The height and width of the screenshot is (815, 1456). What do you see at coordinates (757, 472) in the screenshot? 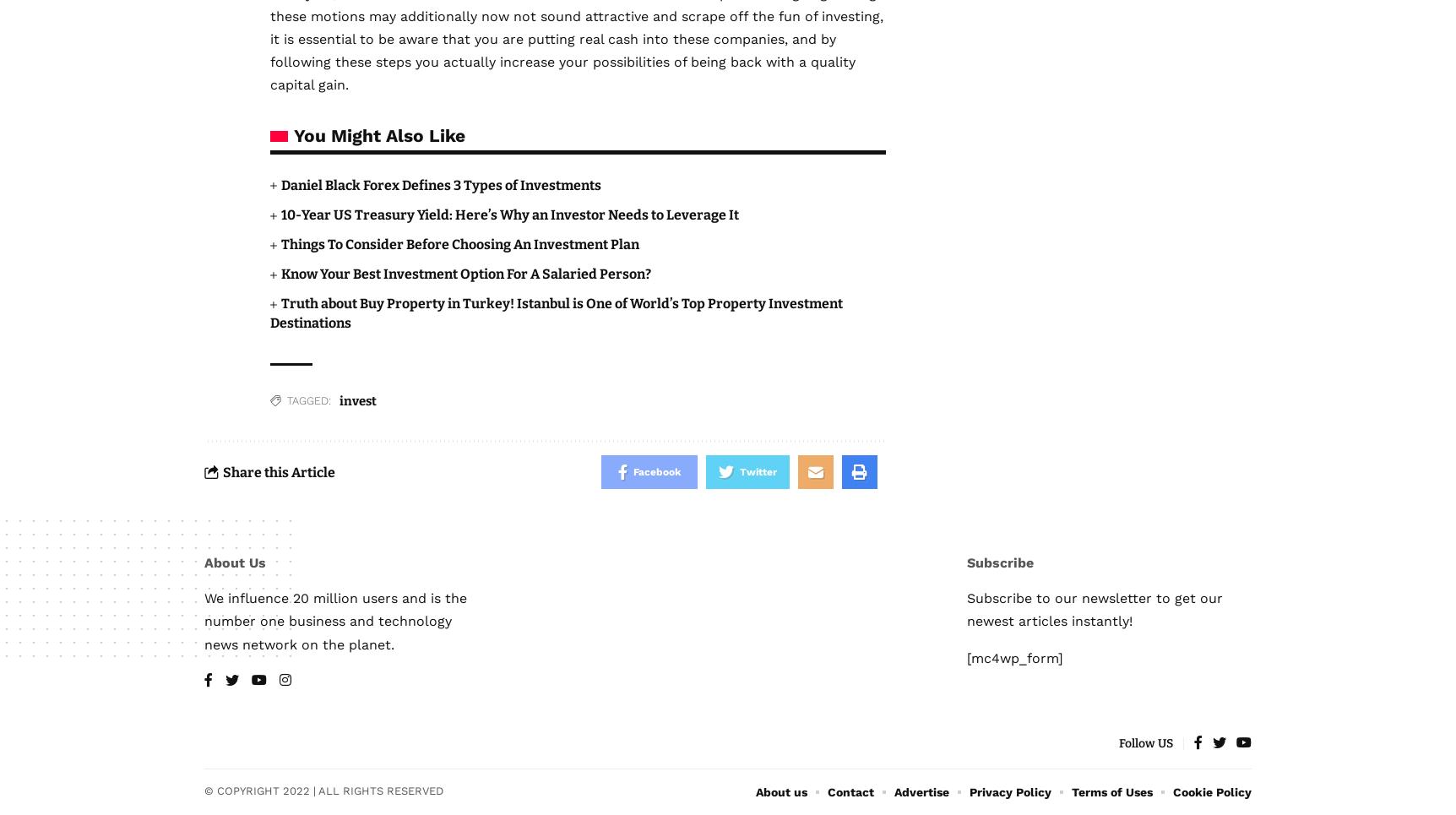
I see `'Twitter'` at bounding box center [757, 472].